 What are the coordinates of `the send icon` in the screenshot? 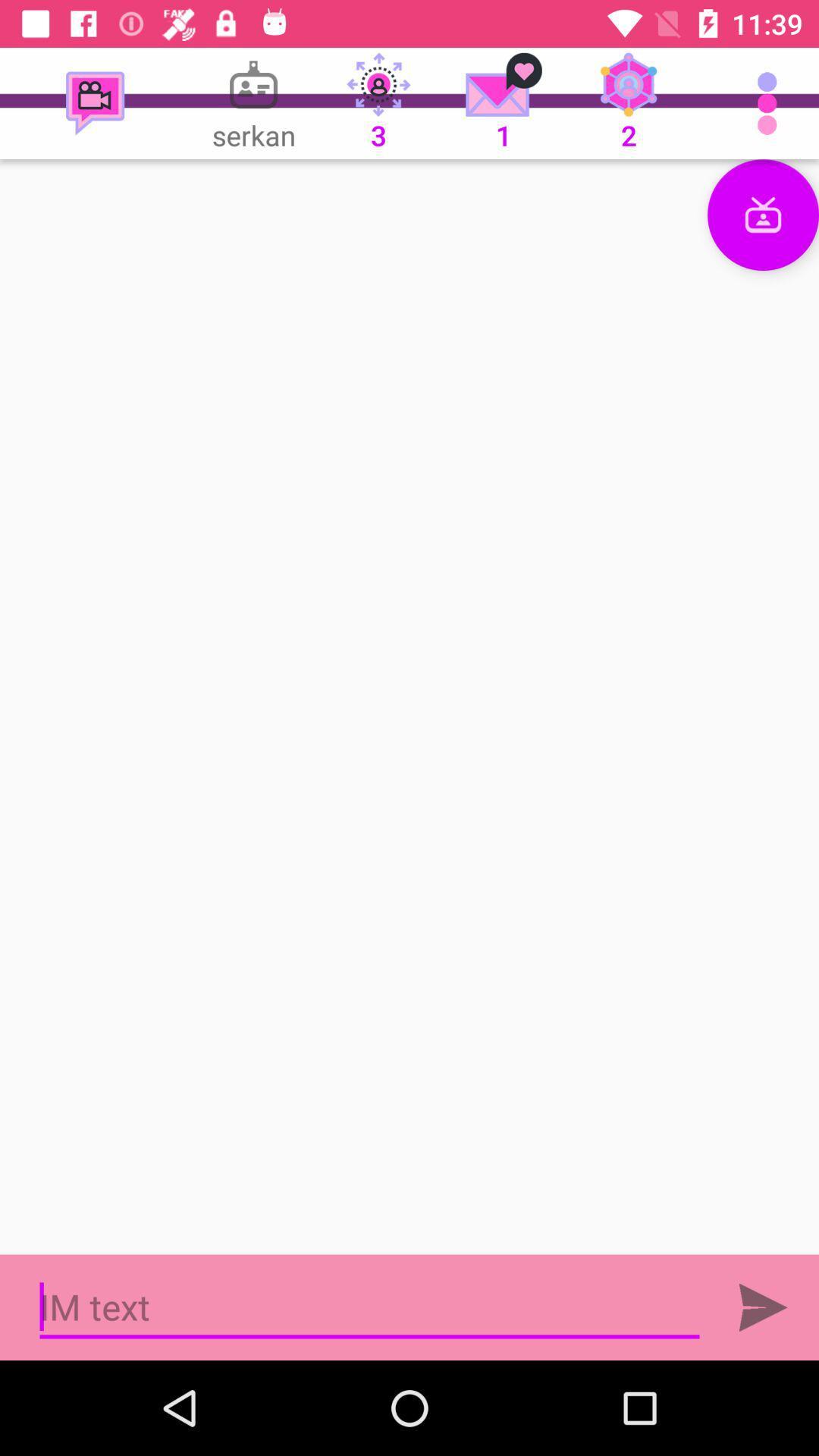 It's located at (763, 1307).